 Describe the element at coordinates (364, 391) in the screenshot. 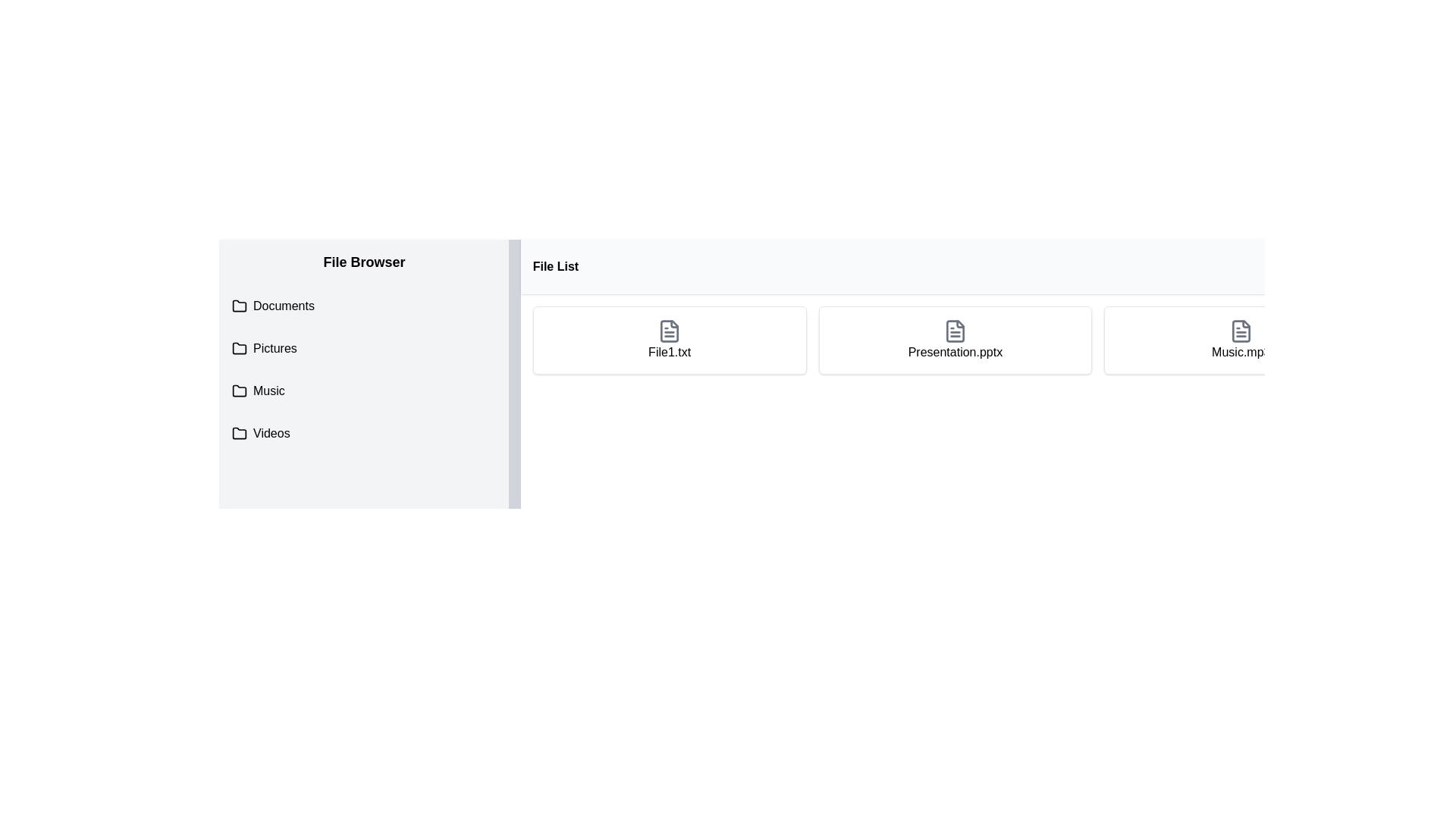

I see `the third list item in the 'File Browser' sidebar menu, which links to the 'Music' directory` at that location.